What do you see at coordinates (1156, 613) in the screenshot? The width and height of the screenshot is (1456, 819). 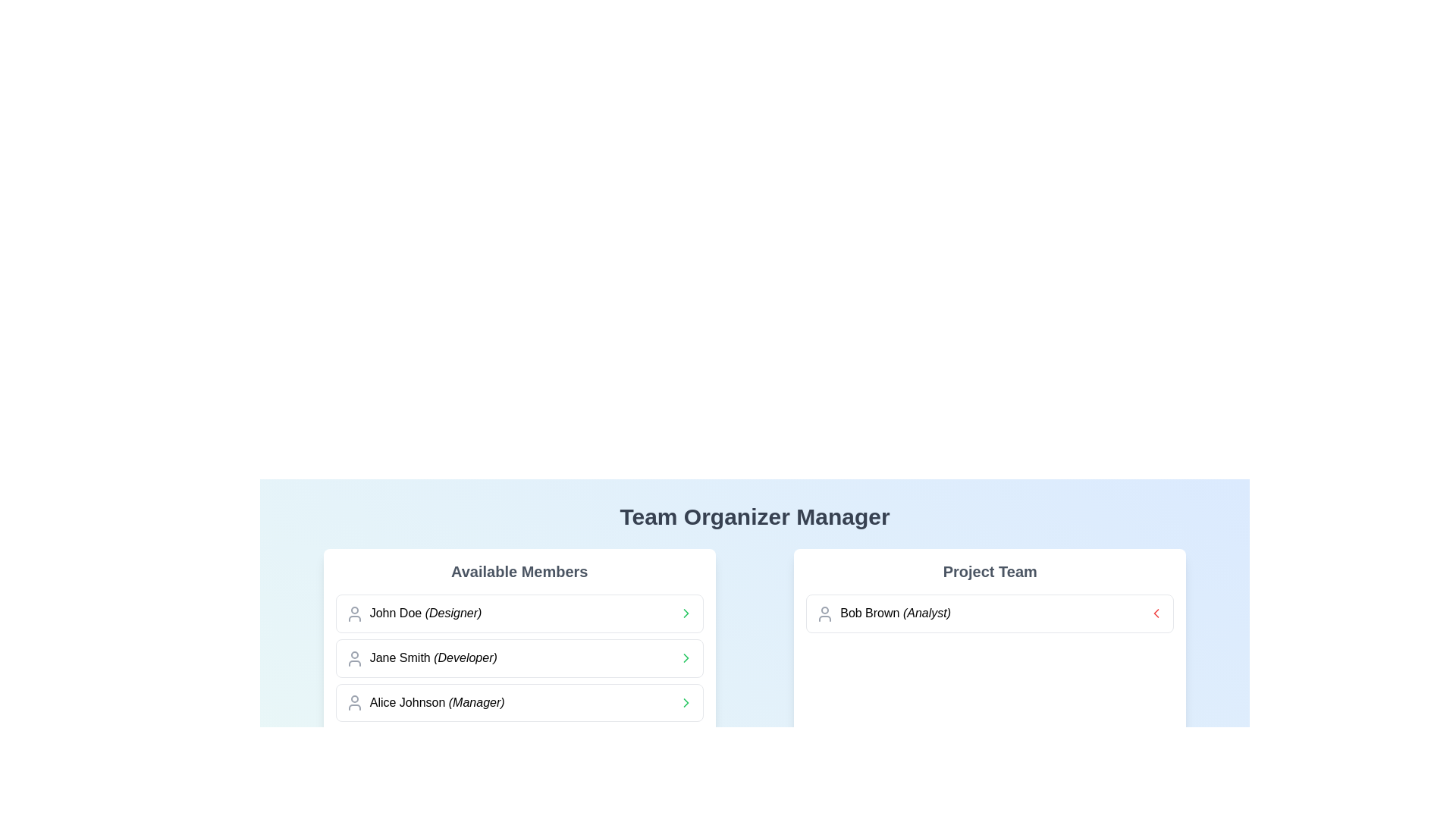 I see `the left-pointing chevron icon in the 'Project Team' card for team member 'Bob Brown (Analyst)'` at bounding box center [1156, 613].